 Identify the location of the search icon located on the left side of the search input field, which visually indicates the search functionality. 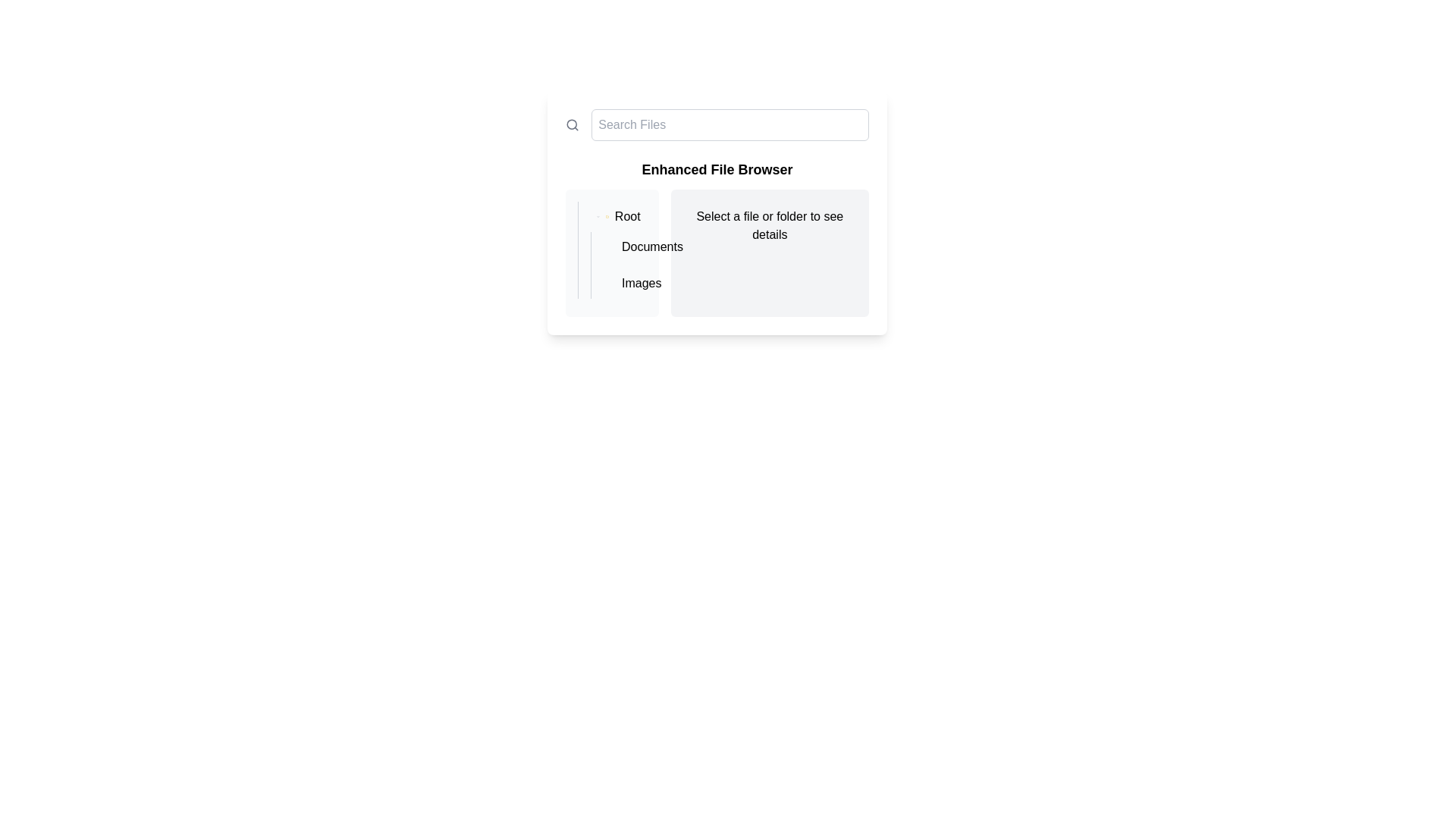
(572, 124).